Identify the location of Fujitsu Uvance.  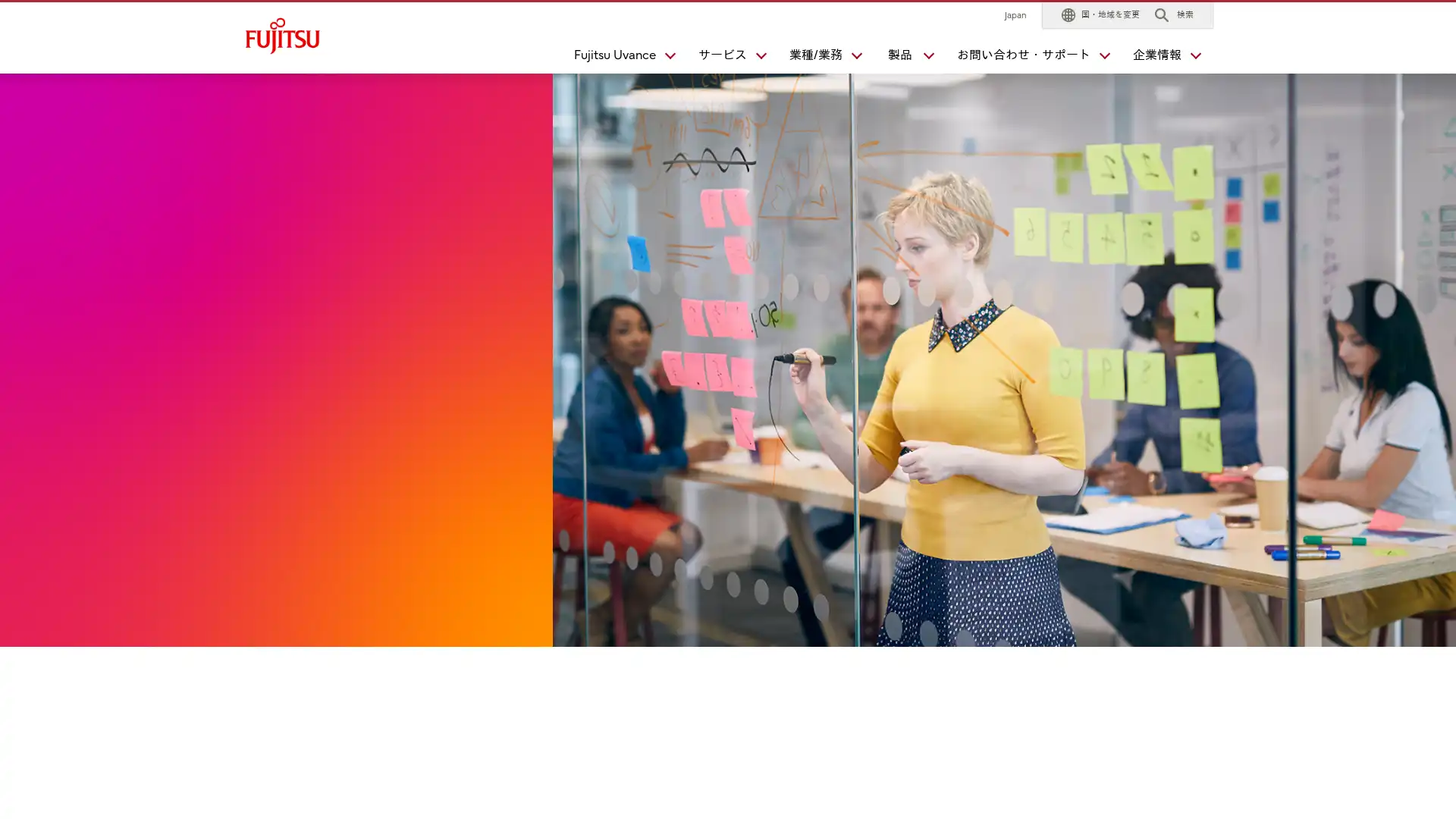
(618, 58).